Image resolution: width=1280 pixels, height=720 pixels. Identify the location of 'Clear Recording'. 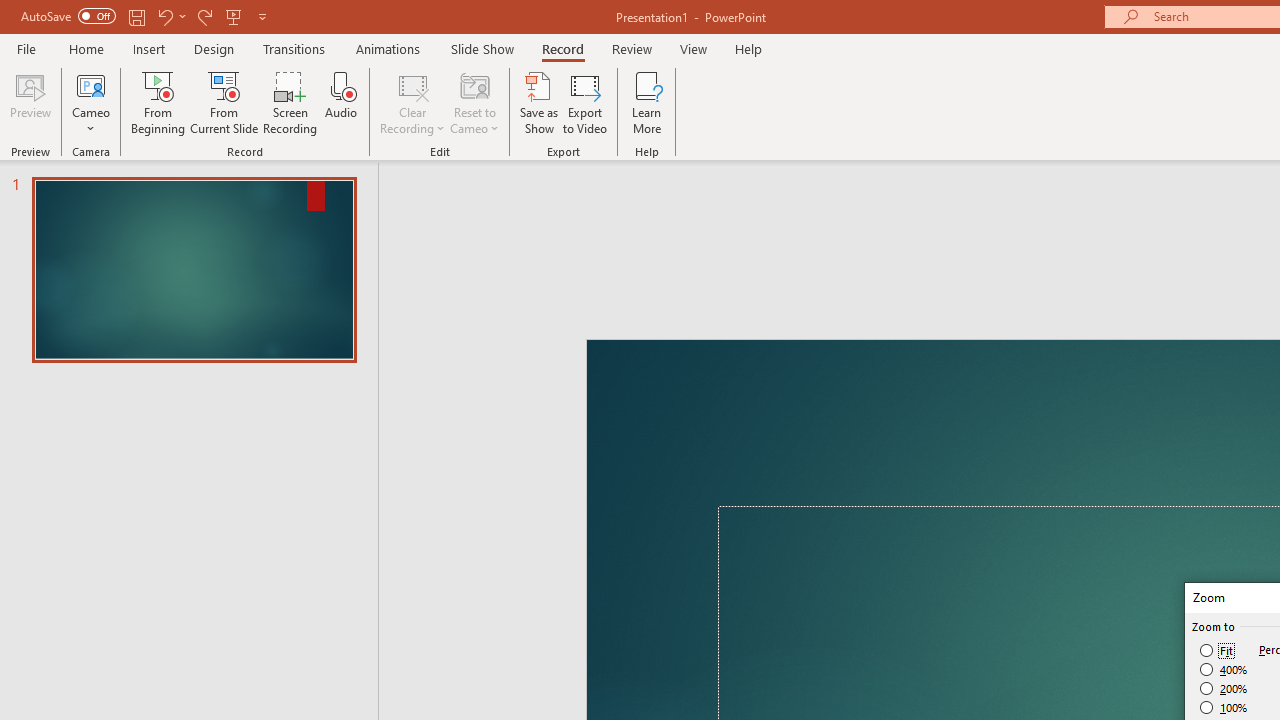
(411, 103).